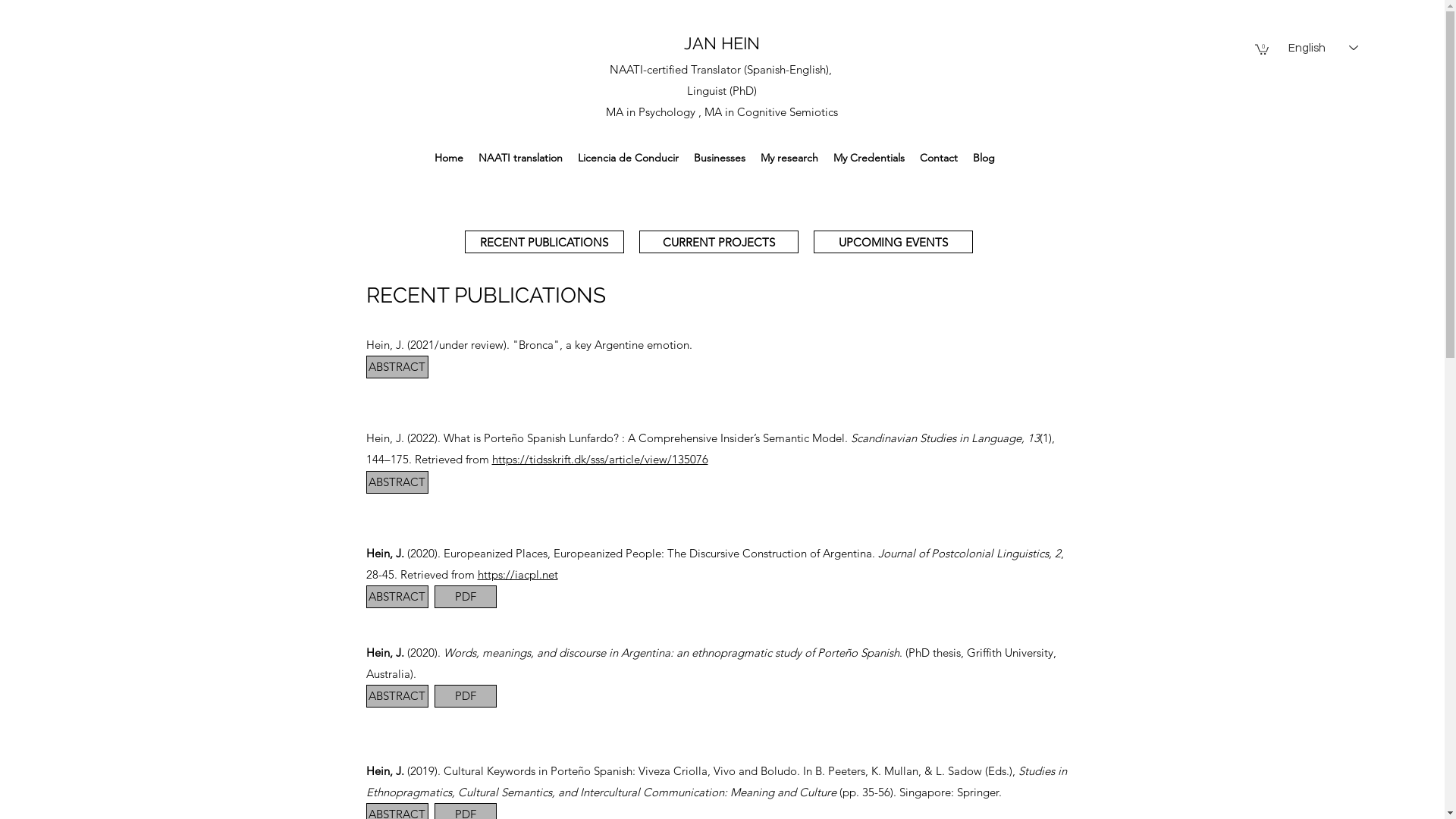 The image size is (1456, 819). I want to click on 'Blog', so click(984, 158).